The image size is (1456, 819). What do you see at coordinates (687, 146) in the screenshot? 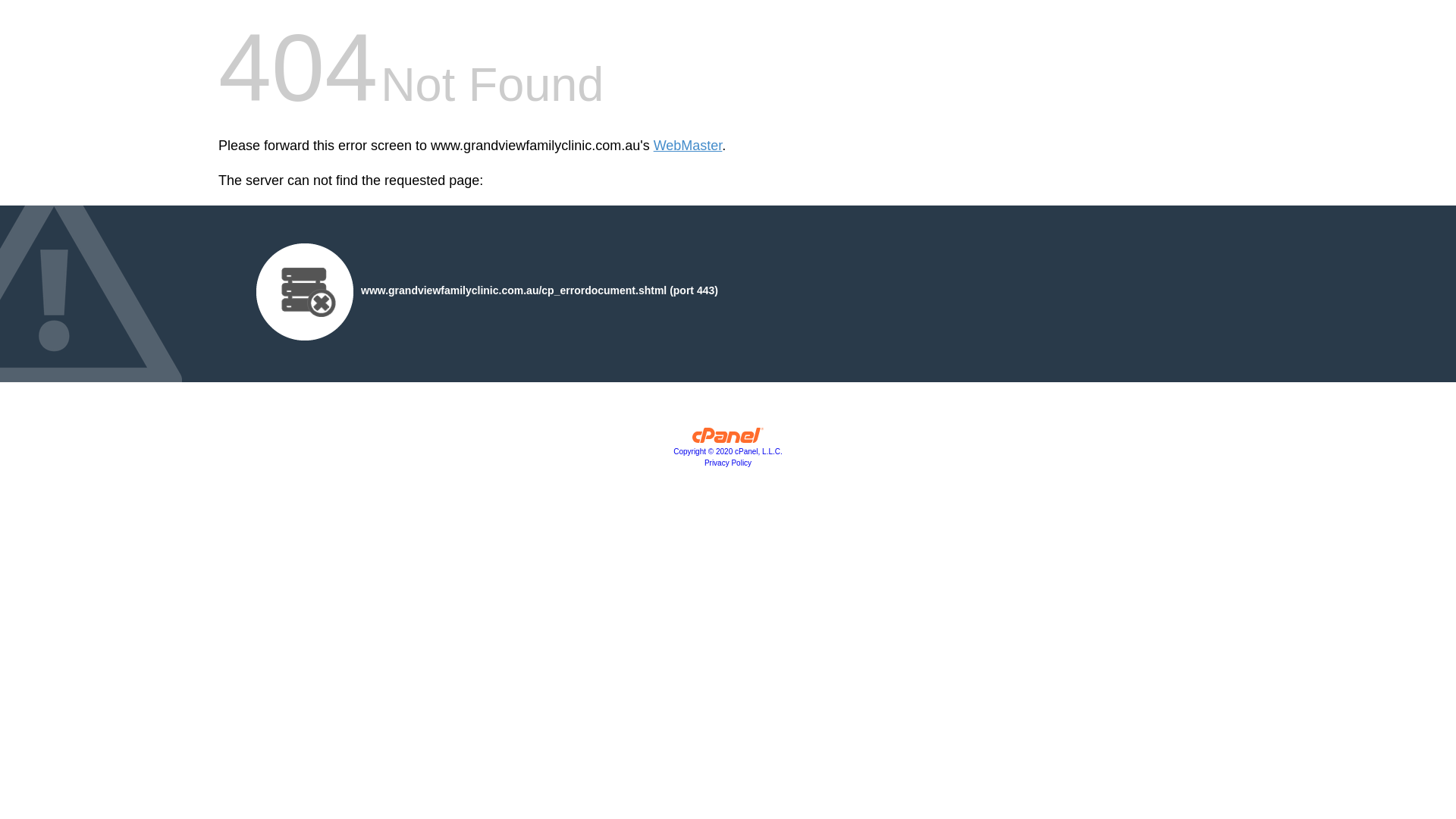
I see `'WebMaster'` at bounding box center [687, 146].